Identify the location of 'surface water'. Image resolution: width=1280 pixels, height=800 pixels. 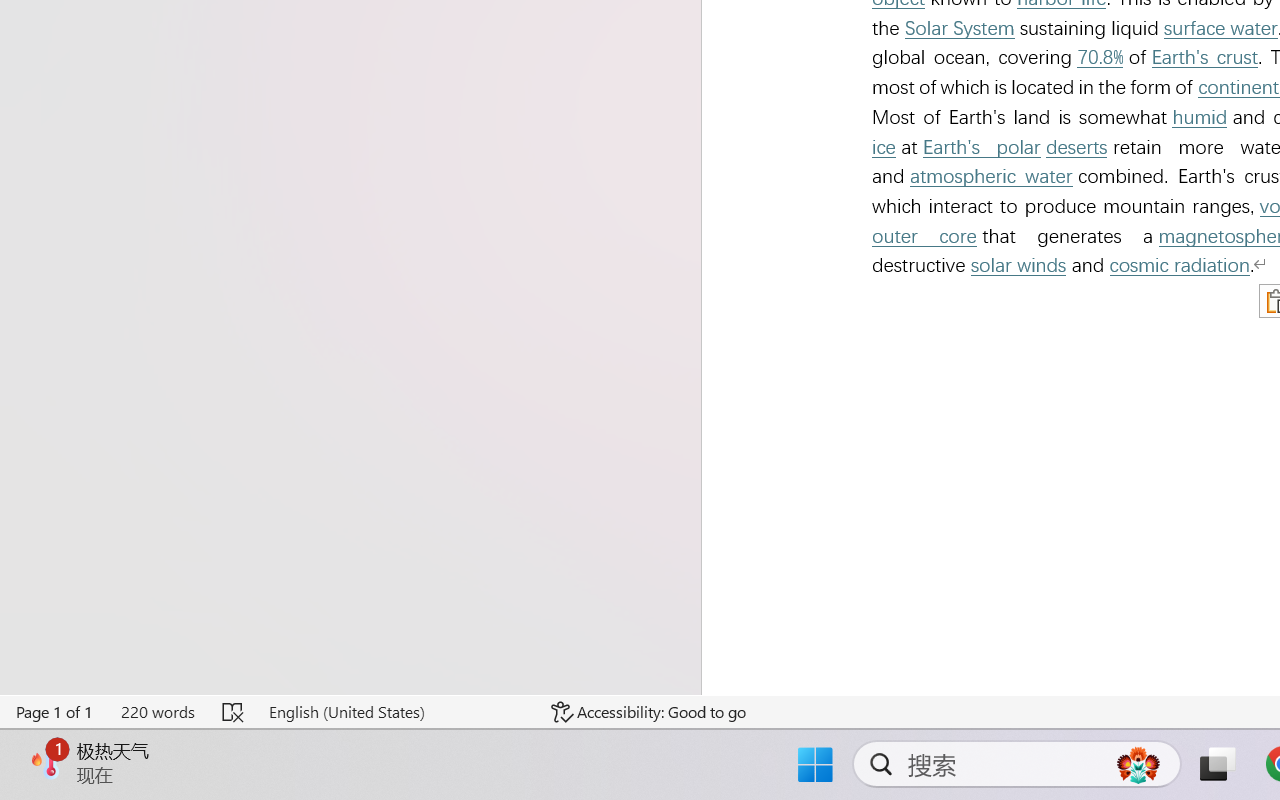
(1219, 28).